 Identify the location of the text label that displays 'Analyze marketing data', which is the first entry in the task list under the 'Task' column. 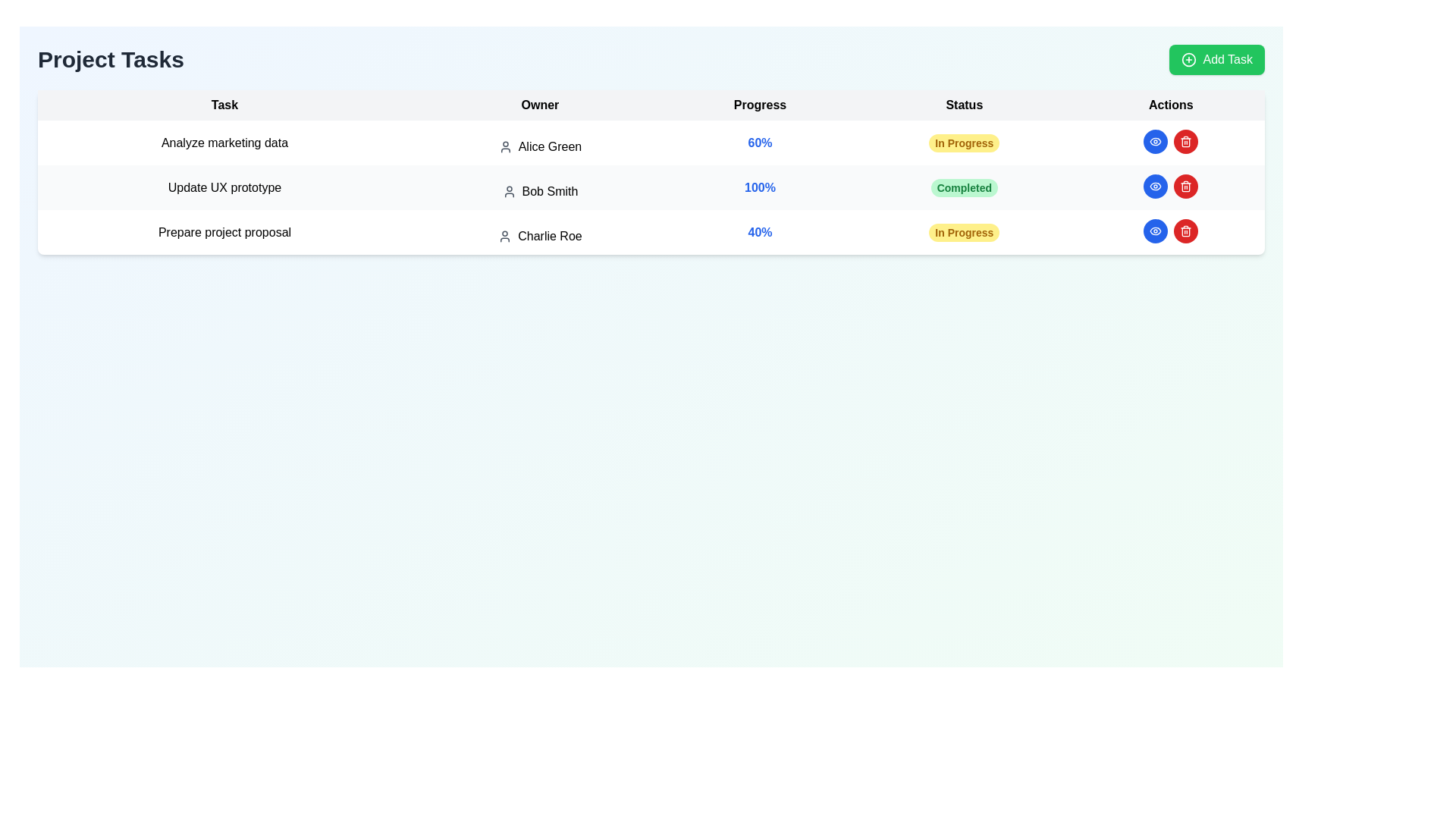
(224, 143).